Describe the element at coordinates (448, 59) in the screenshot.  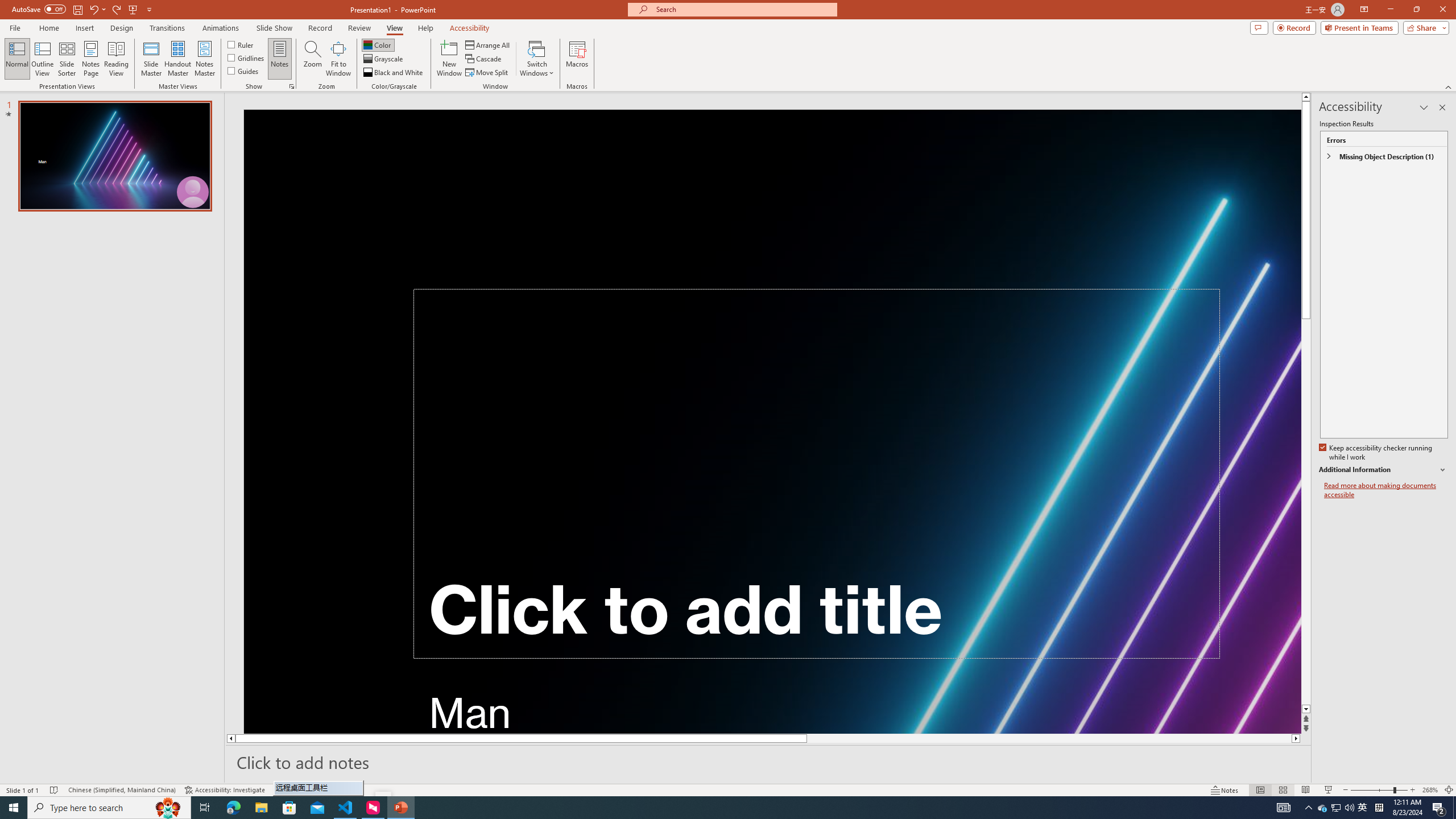
I see `'New Window'` at that location.